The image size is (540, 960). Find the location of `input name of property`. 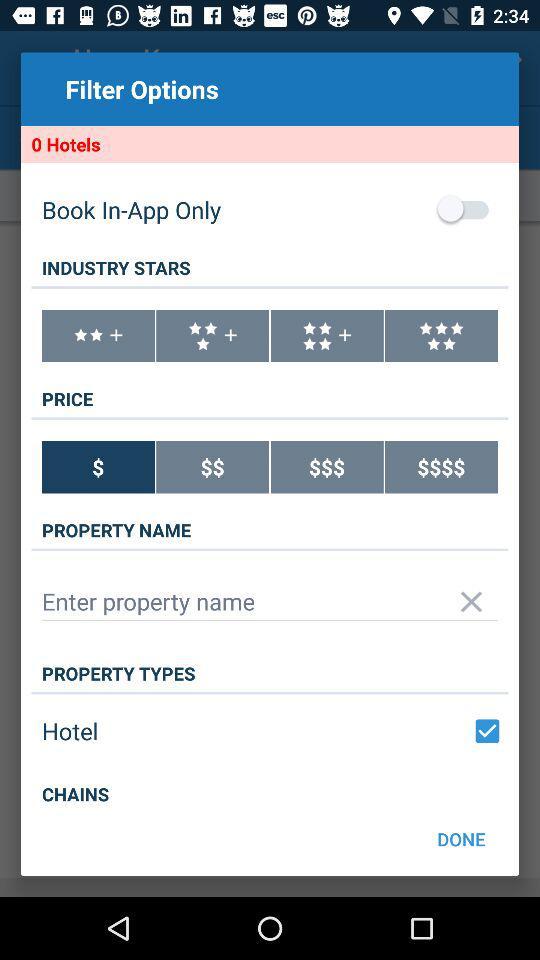

input name of property is located at coordinates (270, 600).